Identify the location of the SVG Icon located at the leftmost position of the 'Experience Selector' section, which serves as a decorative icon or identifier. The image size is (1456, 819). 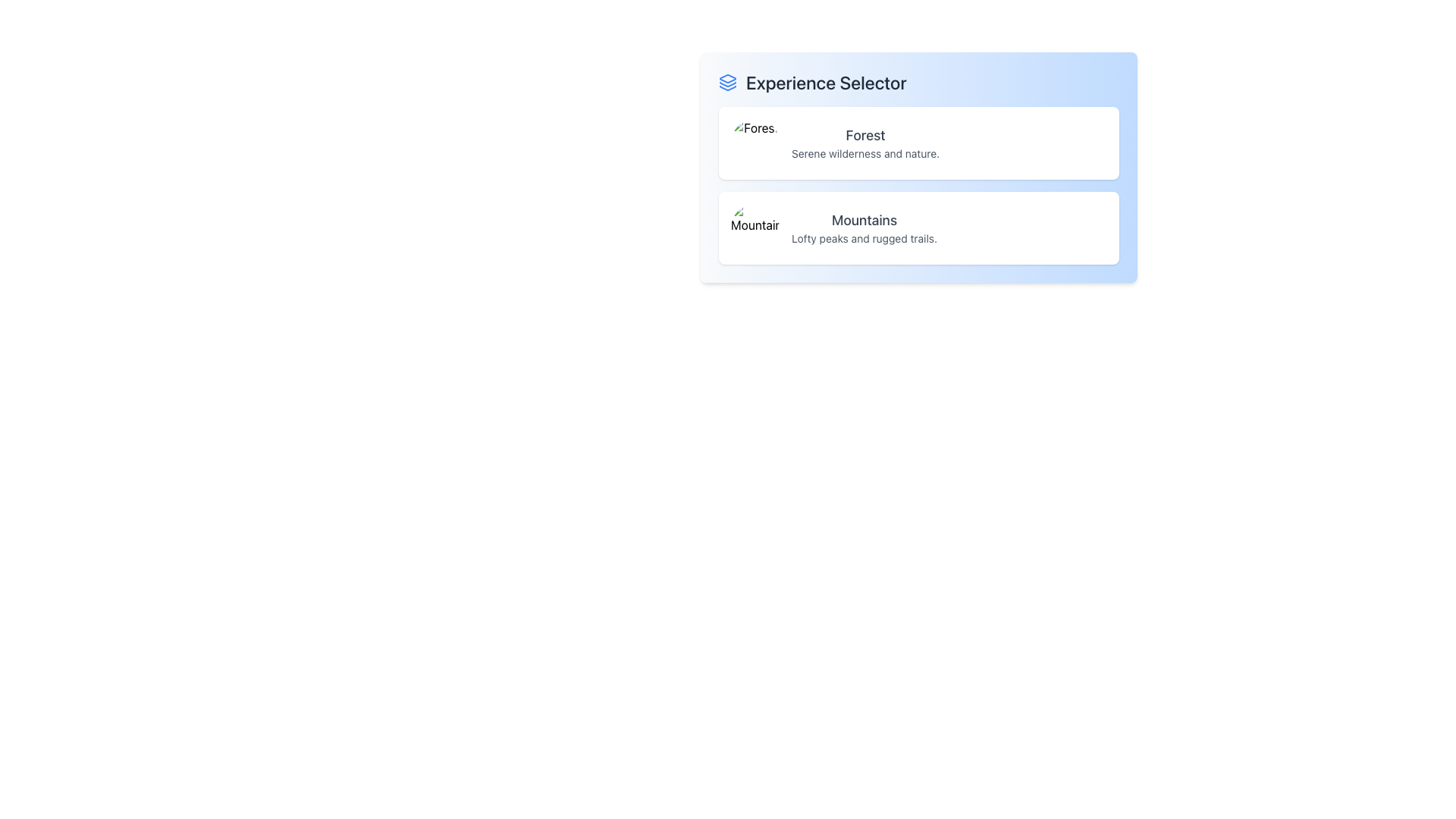
(728, 82).